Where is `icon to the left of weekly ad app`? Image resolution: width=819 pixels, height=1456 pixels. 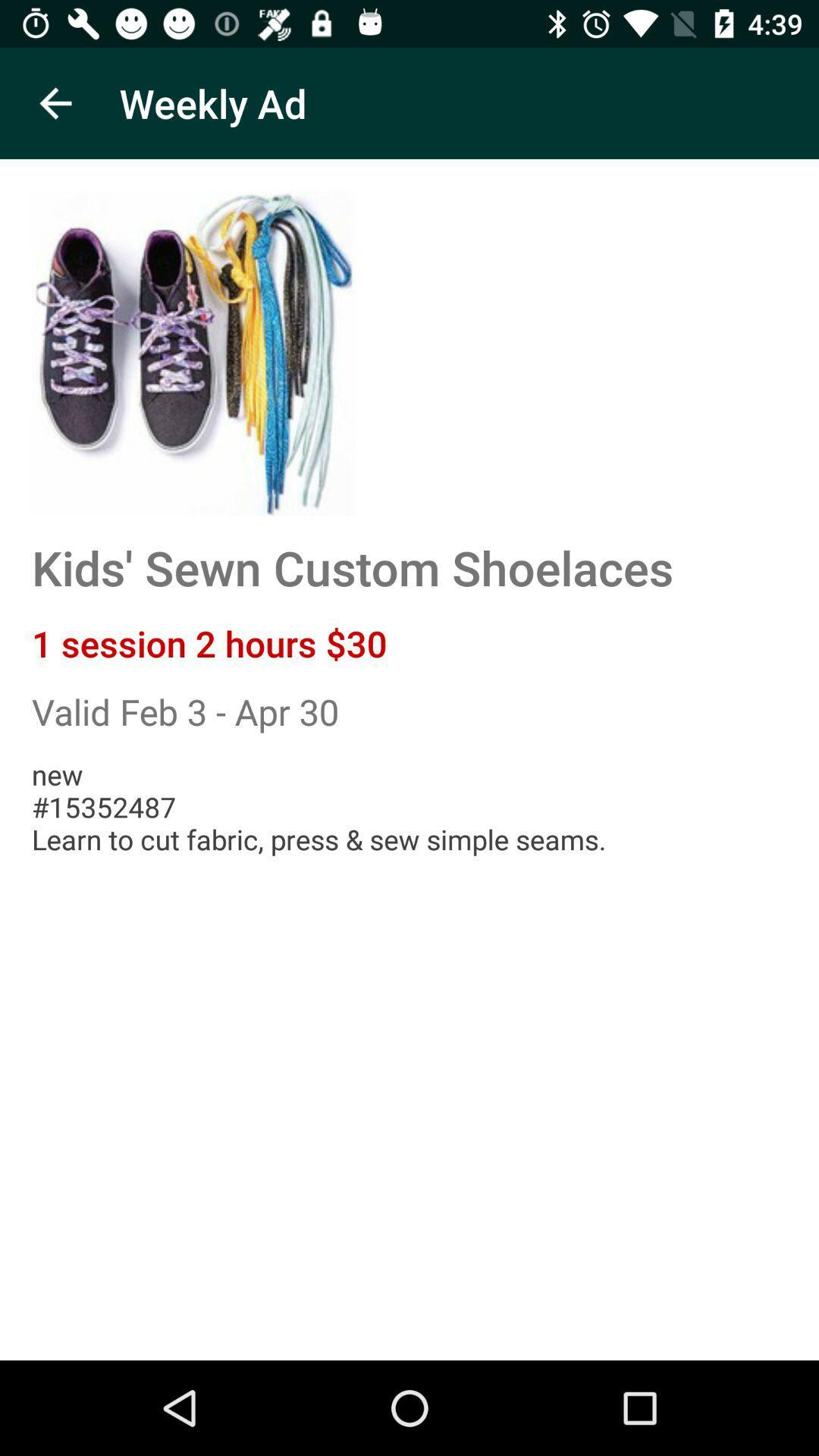 icon to the left of weekly ad app is located at coordinates (55, 102).